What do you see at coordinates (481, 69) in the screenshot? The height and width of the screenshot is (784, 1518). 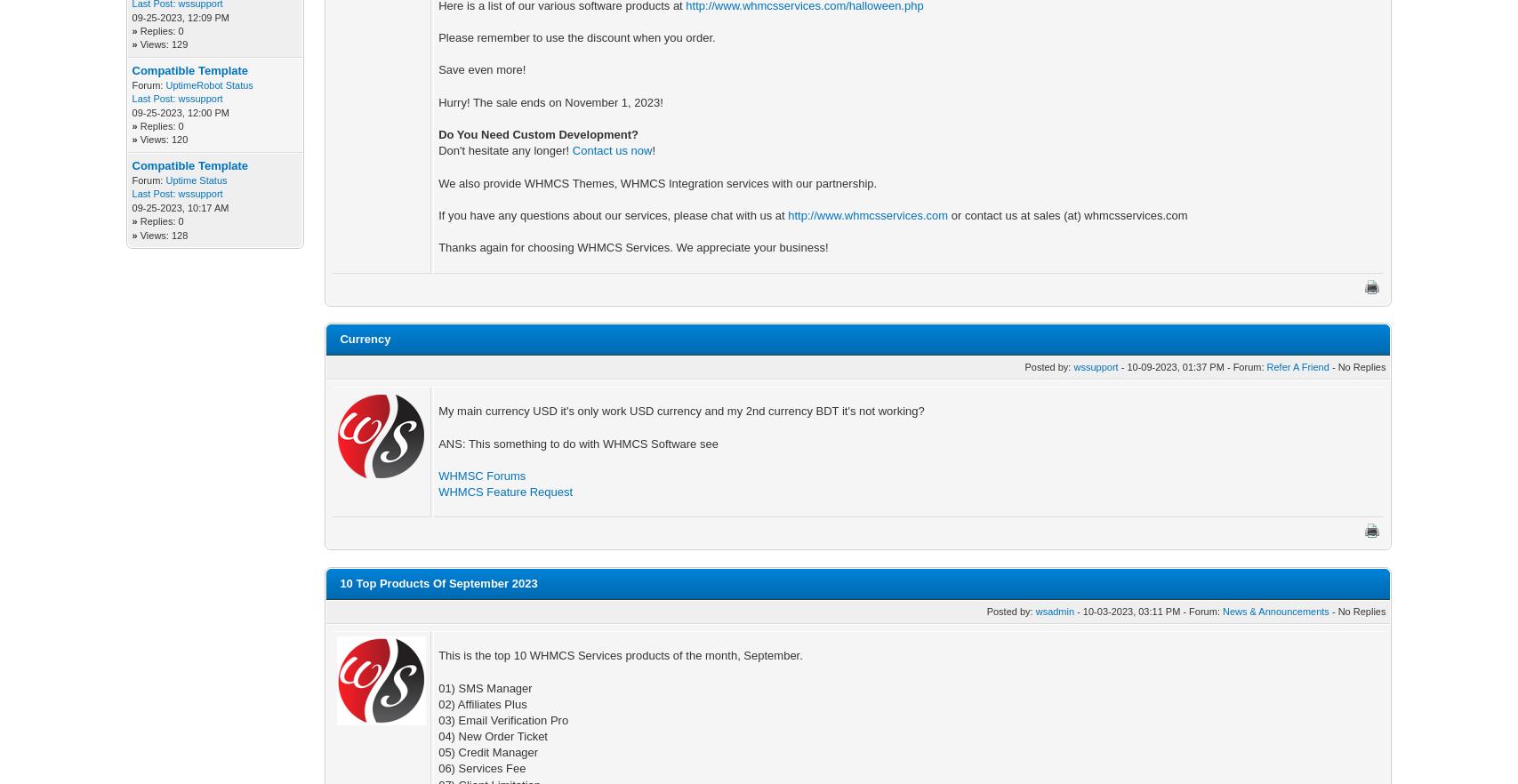 I see `'Save even more!'` at bounding box center [481, 69].